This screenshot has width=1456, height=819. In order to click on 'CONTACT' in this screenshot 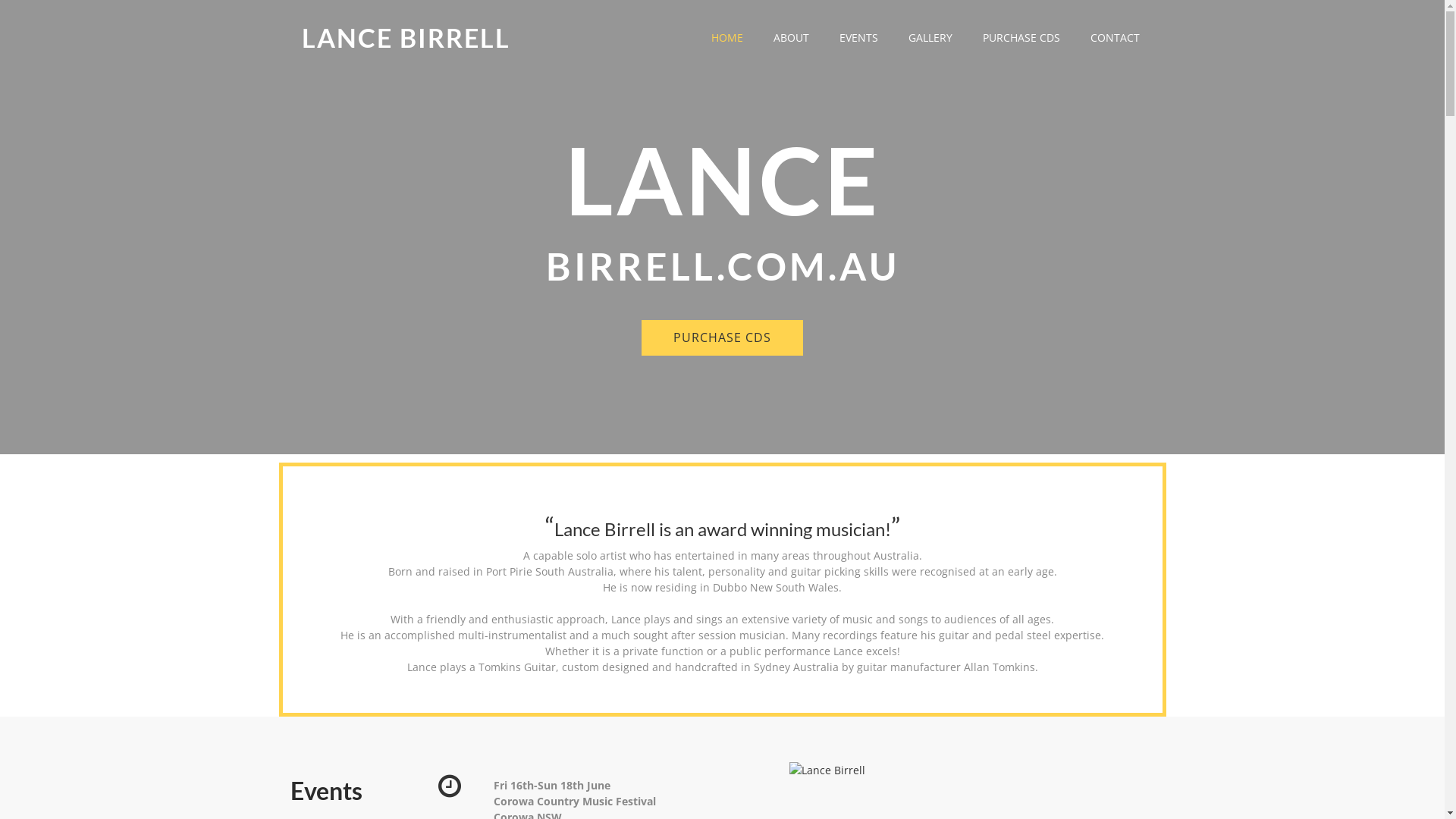, I will do `click(1115, 37)`.